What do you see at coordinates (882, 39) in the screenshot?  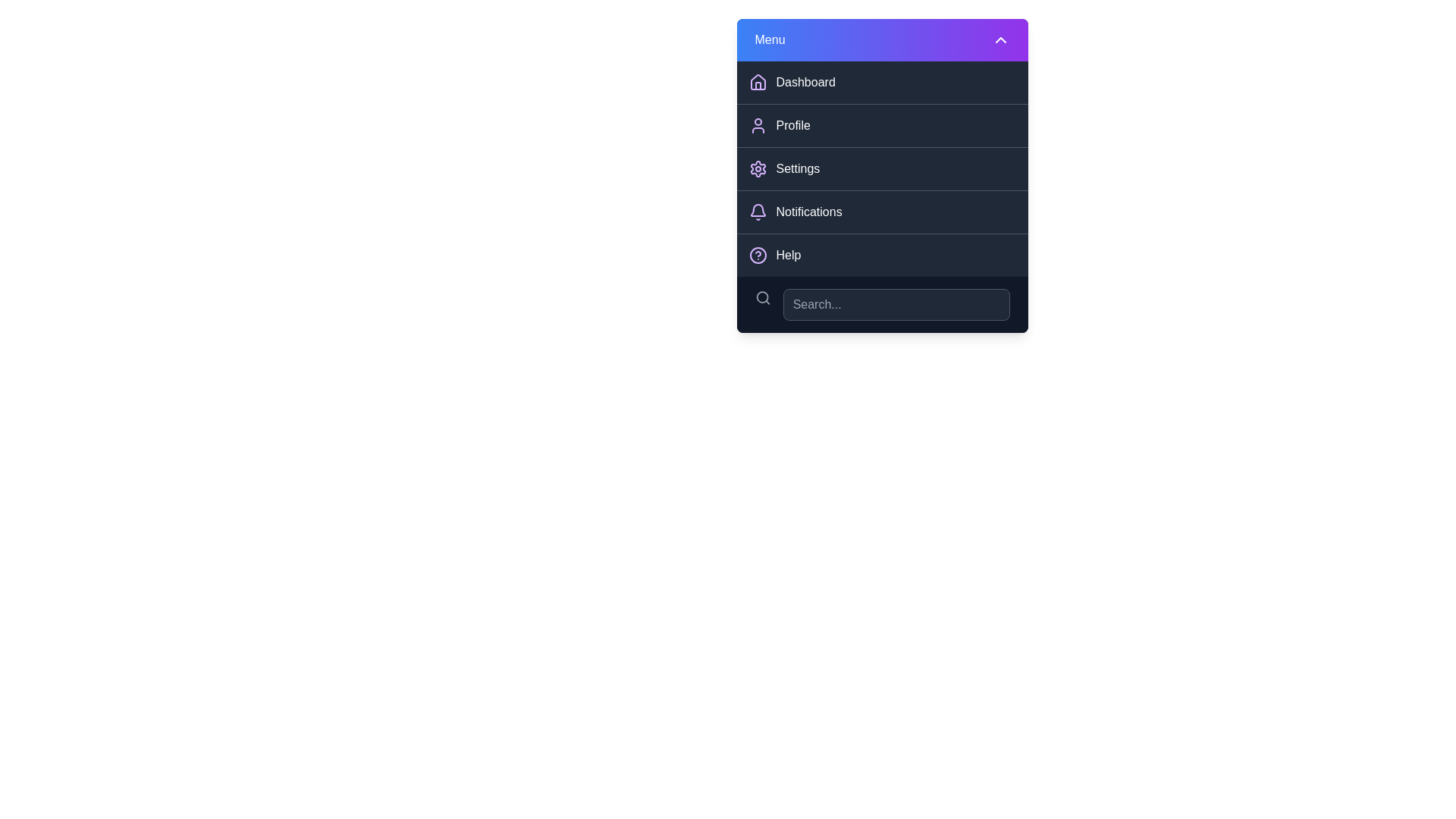 I see `the interactive header bar` at bounding box center [882, 39].